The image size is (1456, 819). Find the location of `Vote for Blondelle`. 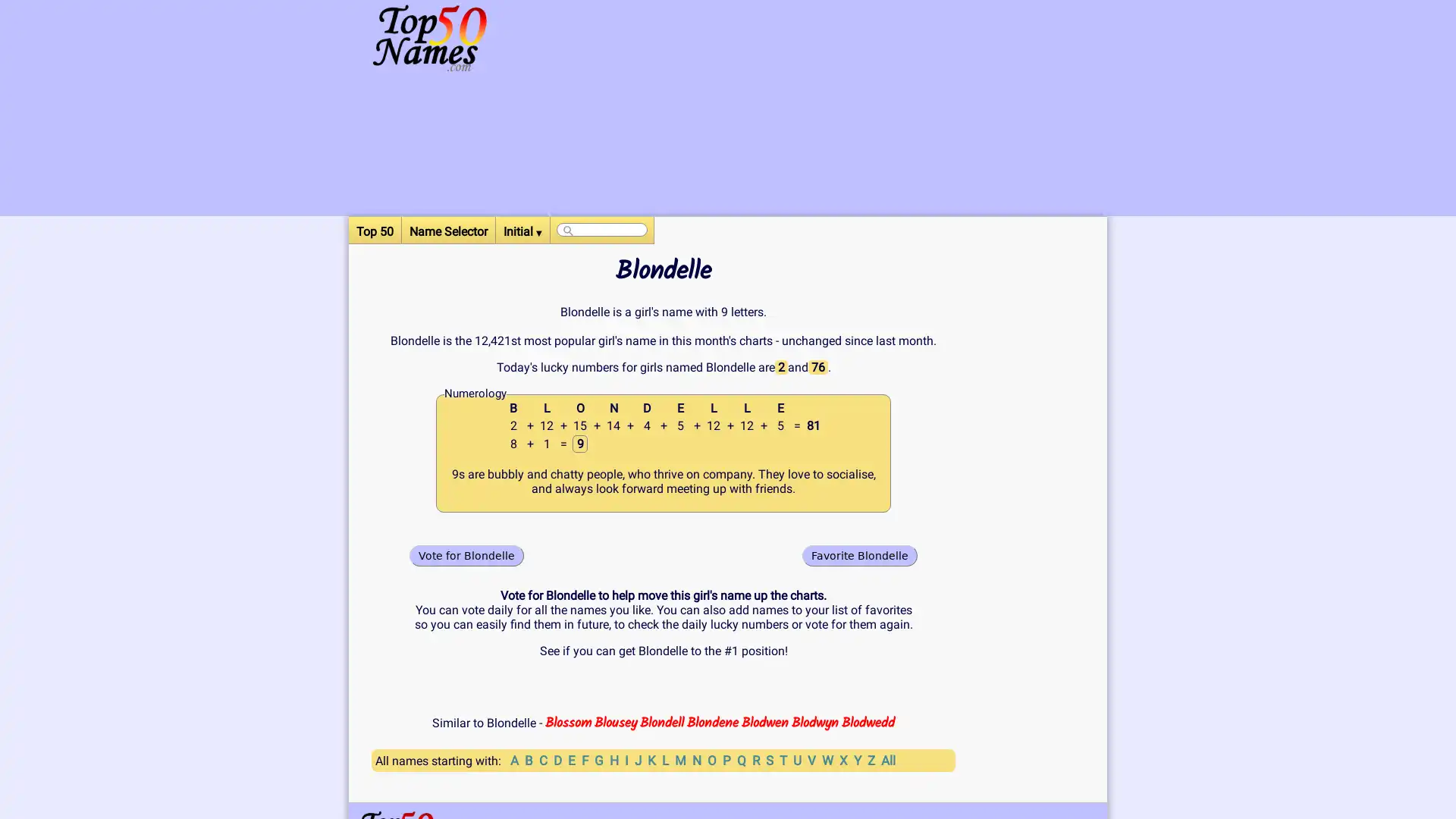

Vote for Blondelle is located at coordinates (466, 555).